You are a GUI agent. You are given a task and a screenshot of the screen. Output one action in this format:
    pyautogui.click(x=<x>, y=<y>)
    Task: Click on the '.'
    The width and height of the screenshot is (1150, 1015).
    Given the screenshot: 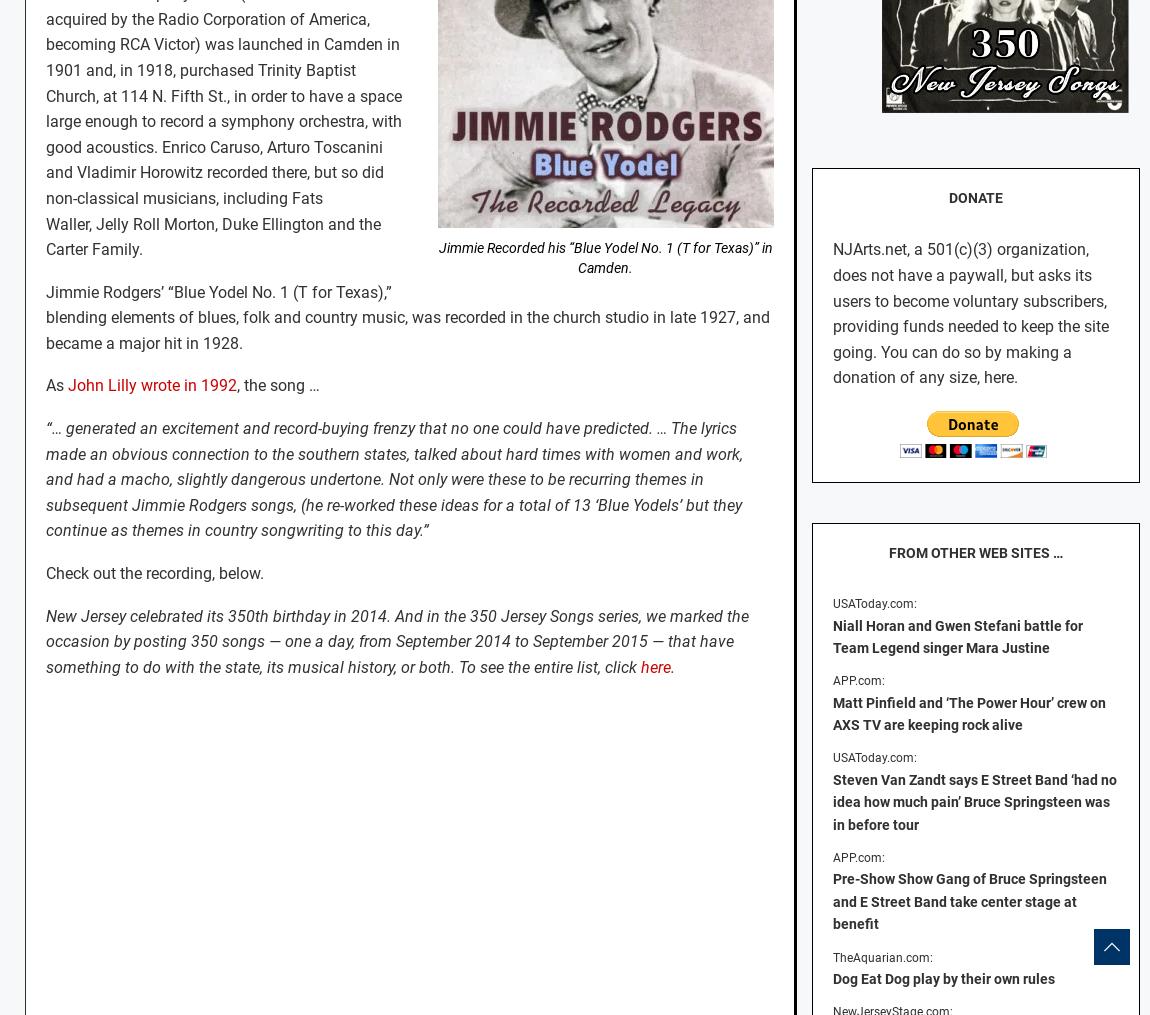 What is the action you would take?
    pyautogui.click(x=670, y=666)
    